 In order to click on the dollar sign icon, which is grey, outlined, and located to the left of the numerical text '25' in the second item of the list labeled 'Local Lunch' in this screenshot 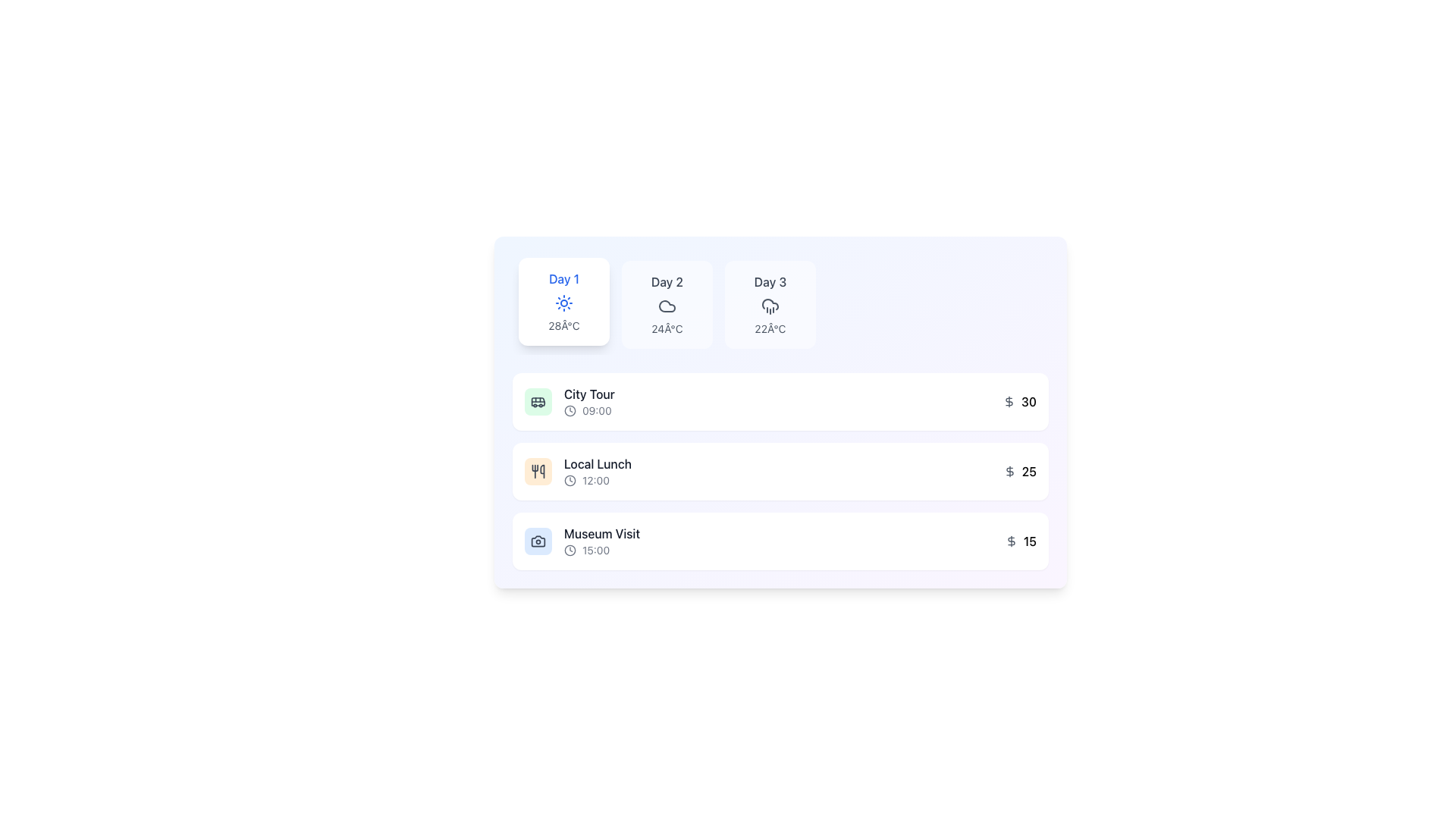, I will do `click(1009, 470)`.